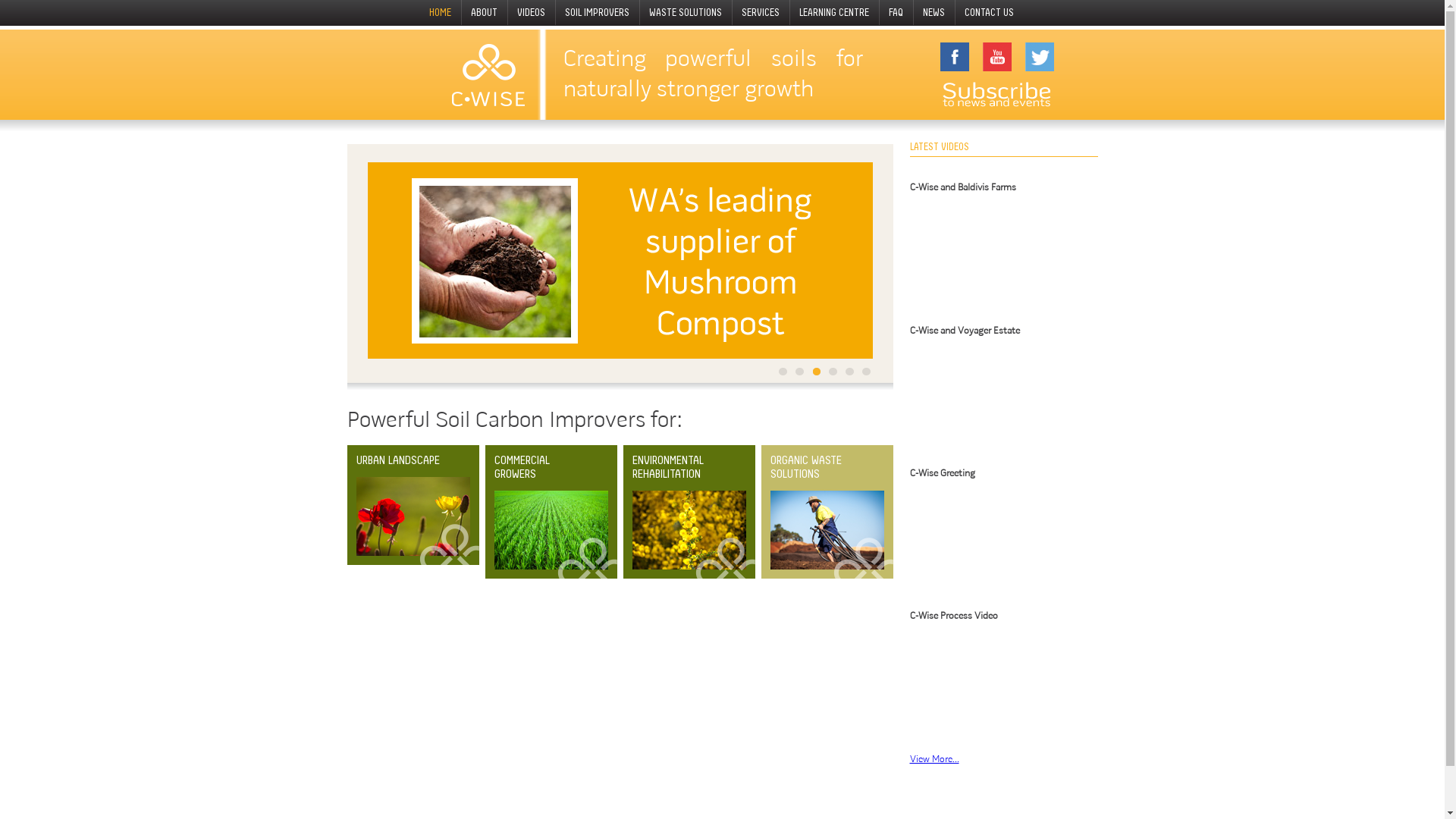 This screenshot has height=819, width=1456. I want to click on 'LEARNING CENTRE', so click(833, 12).